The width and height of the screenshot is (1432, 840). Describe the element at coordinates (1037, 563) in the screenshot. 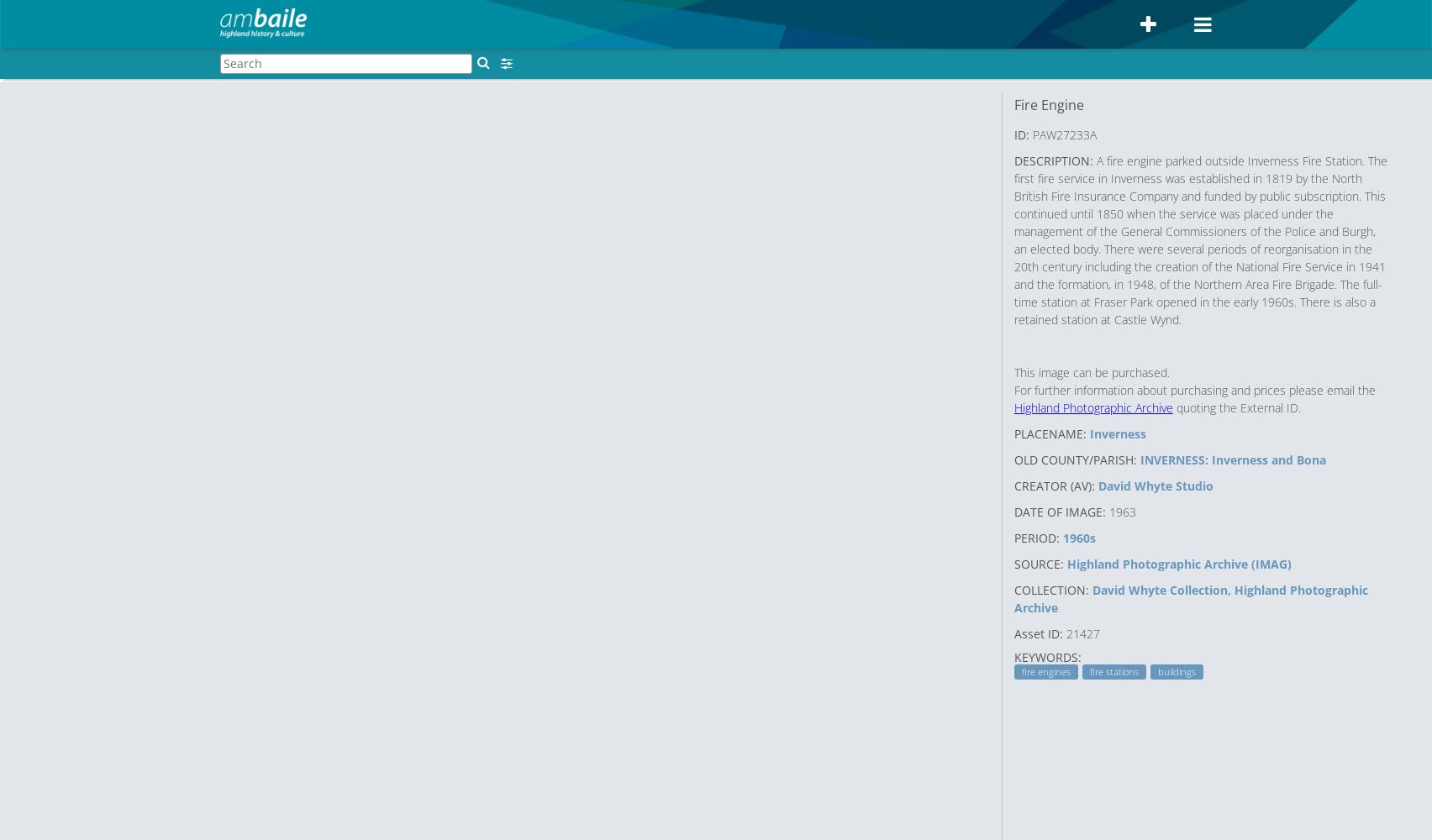

I see `'SOURCE:'` at that location.